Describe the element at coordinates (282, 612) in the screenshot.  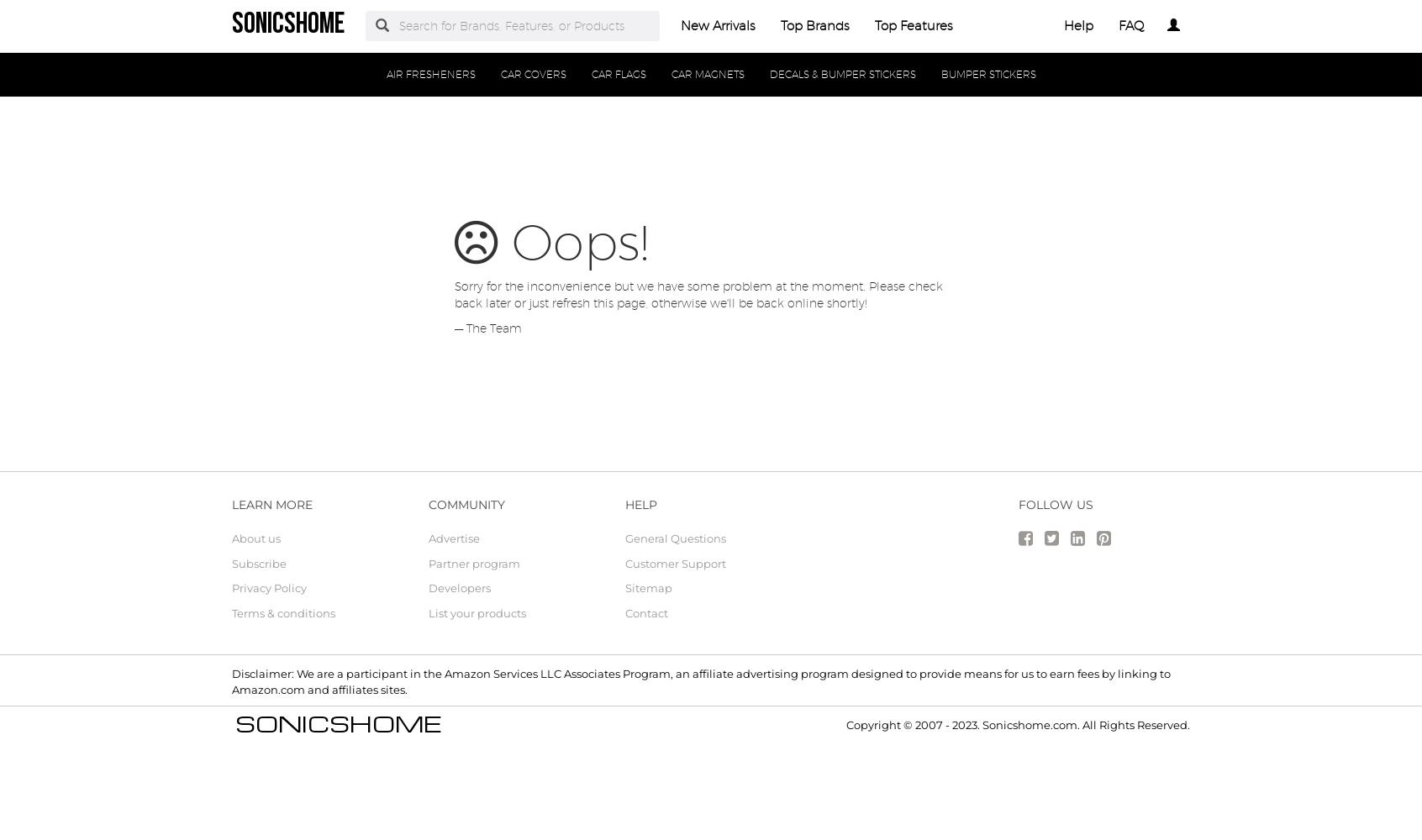
I see `'Terms & conditions'` at that location.